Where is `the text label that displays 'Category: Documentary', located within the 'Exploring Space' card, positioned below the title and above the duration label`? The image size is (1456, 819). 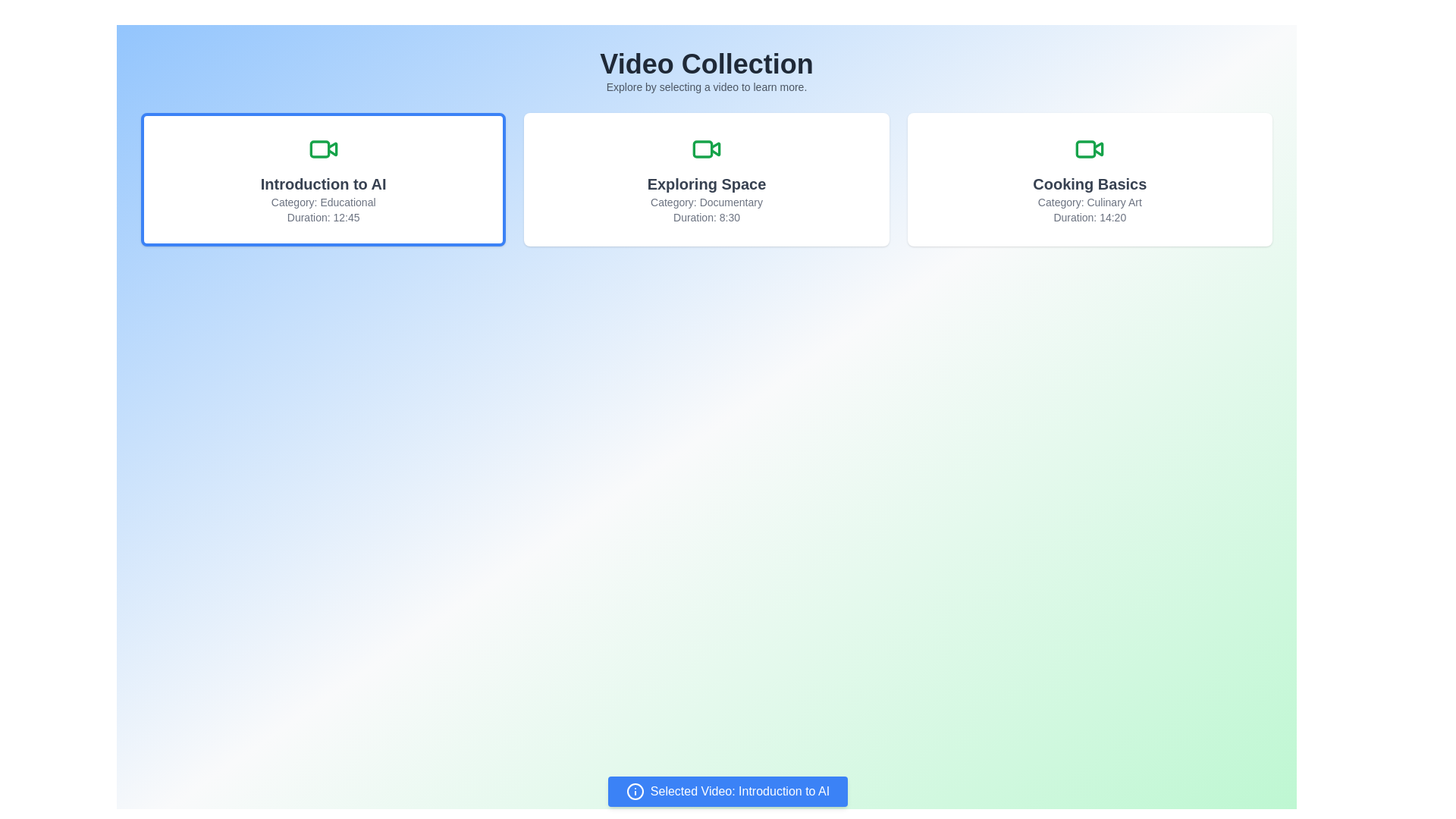
the text label that displays 'Category: Documentary', located within the 'Exploring Space' card, positioned below the title and above the duration label is located at coordinates (705, 201).